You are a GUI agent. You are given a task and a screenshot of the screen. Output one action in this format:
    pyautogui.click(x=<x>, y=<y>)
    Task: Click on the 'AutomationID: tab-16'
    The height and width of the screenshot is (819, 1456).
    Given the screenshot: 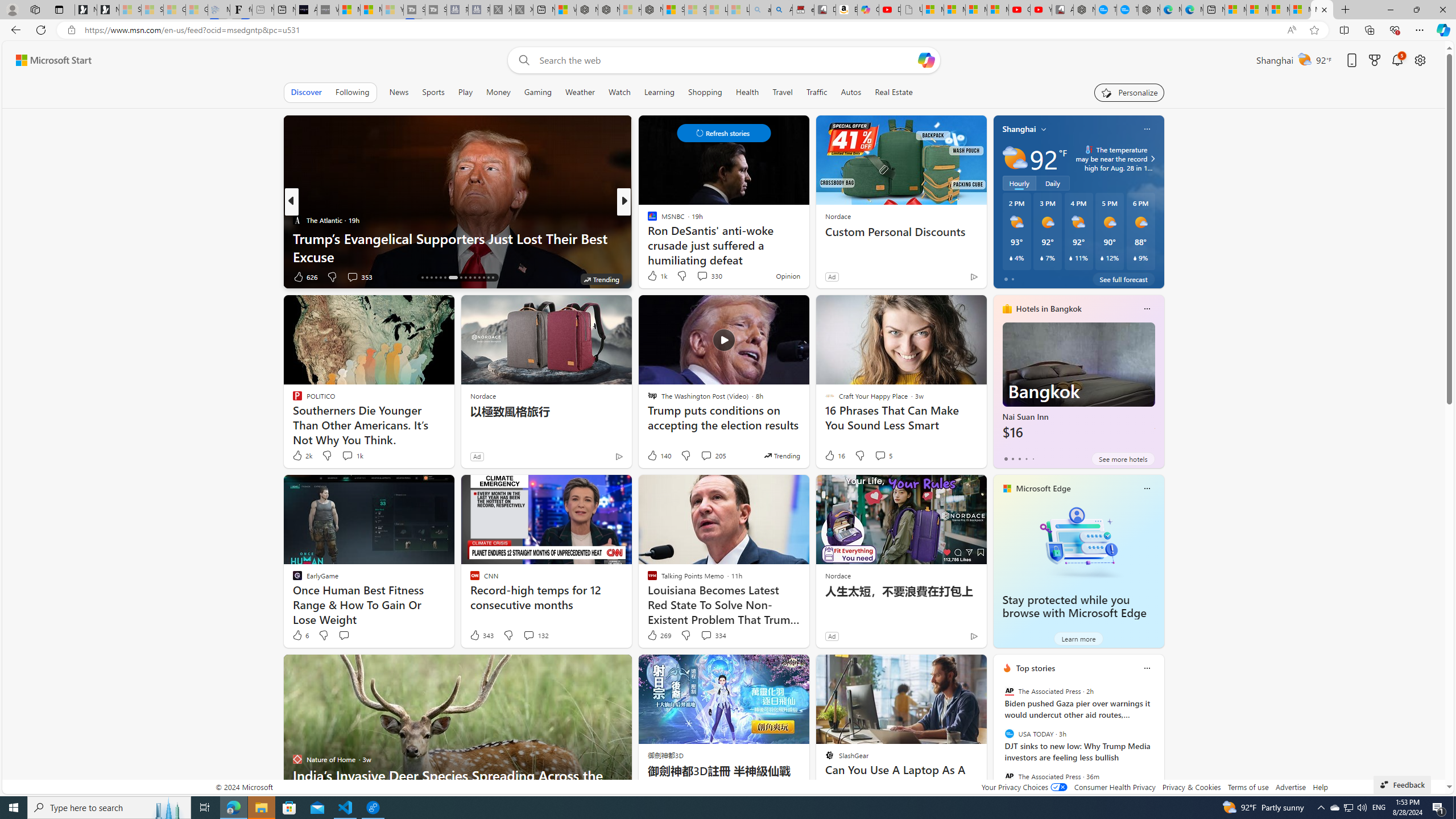 What is the action you would take?
    pyautogui.click(x=421, y=277)
    